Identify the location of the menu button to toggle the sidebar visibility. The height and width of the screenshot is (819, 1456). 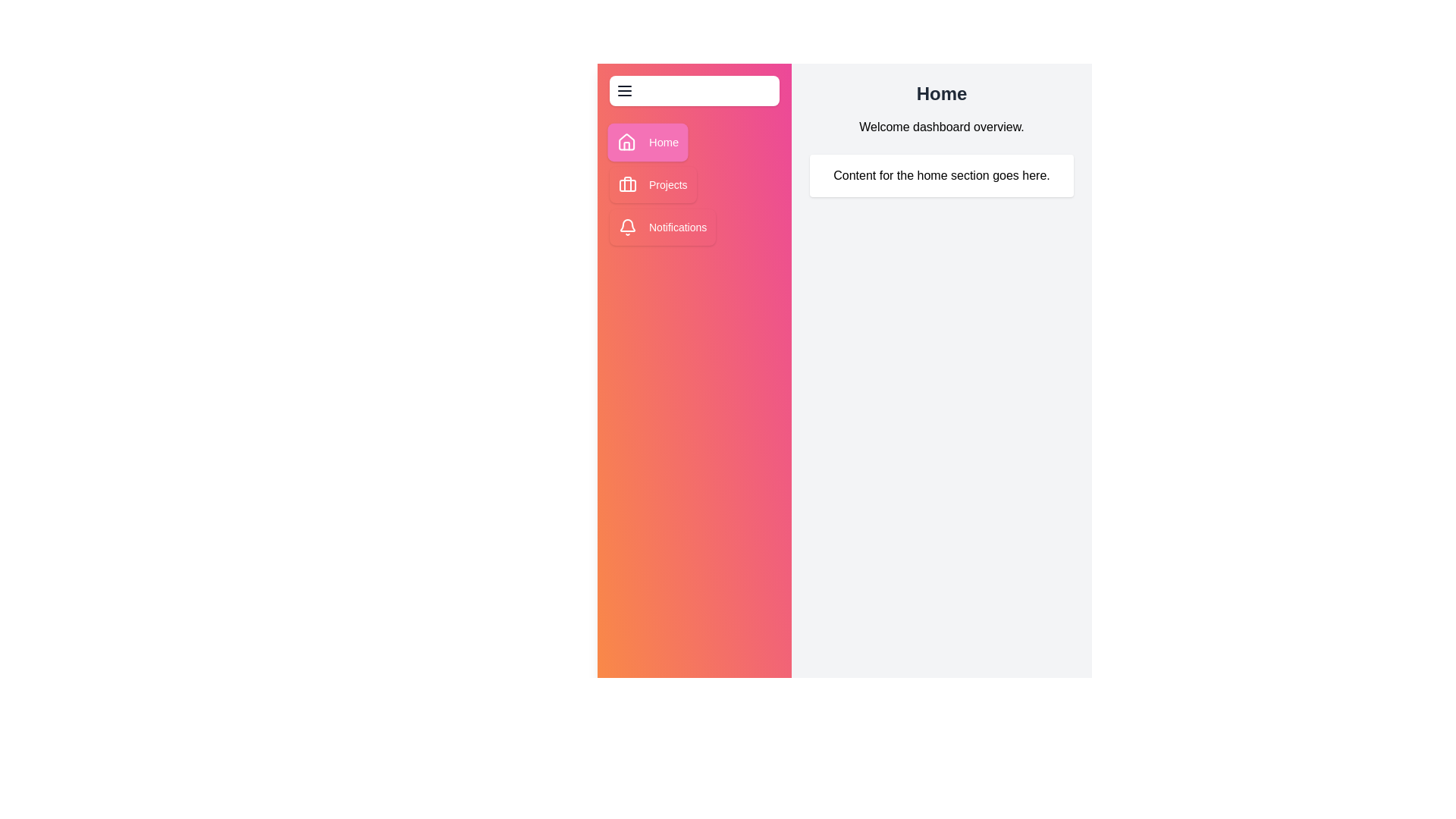
(694, 90).